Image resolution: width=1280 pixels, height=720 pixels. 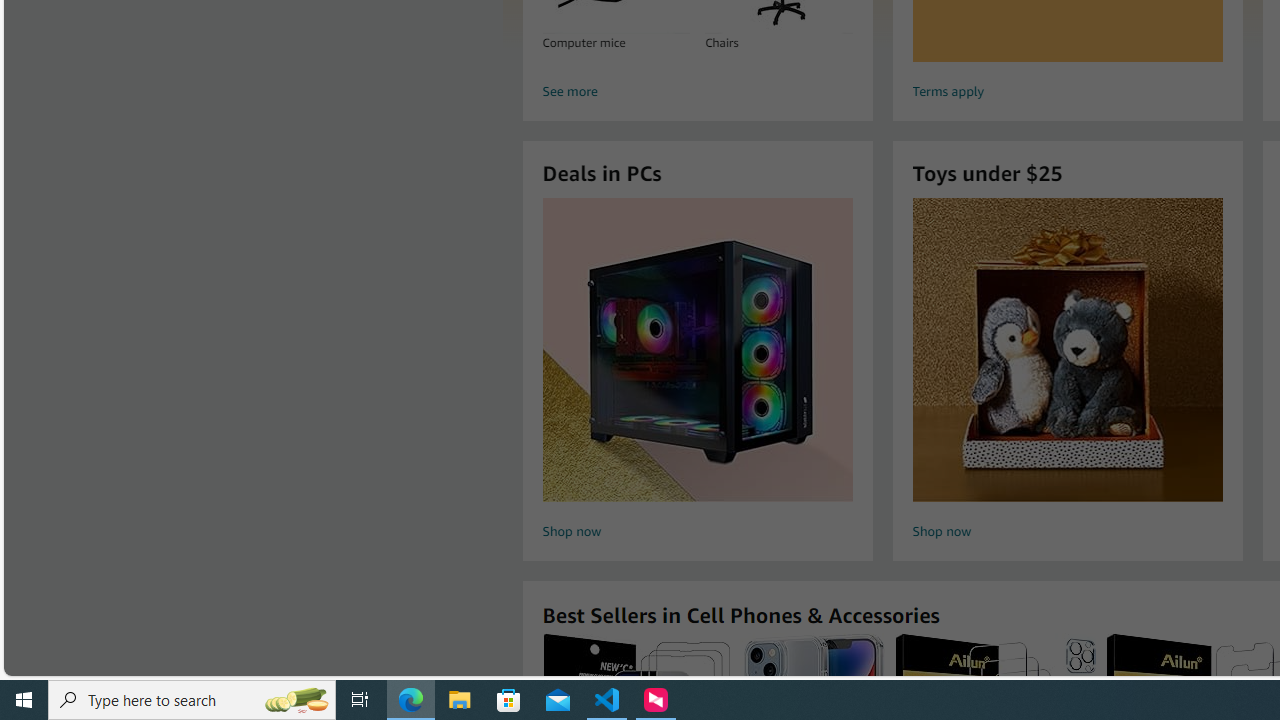 I want to click on 'Toys under $25', so click(x=1066, y=348).